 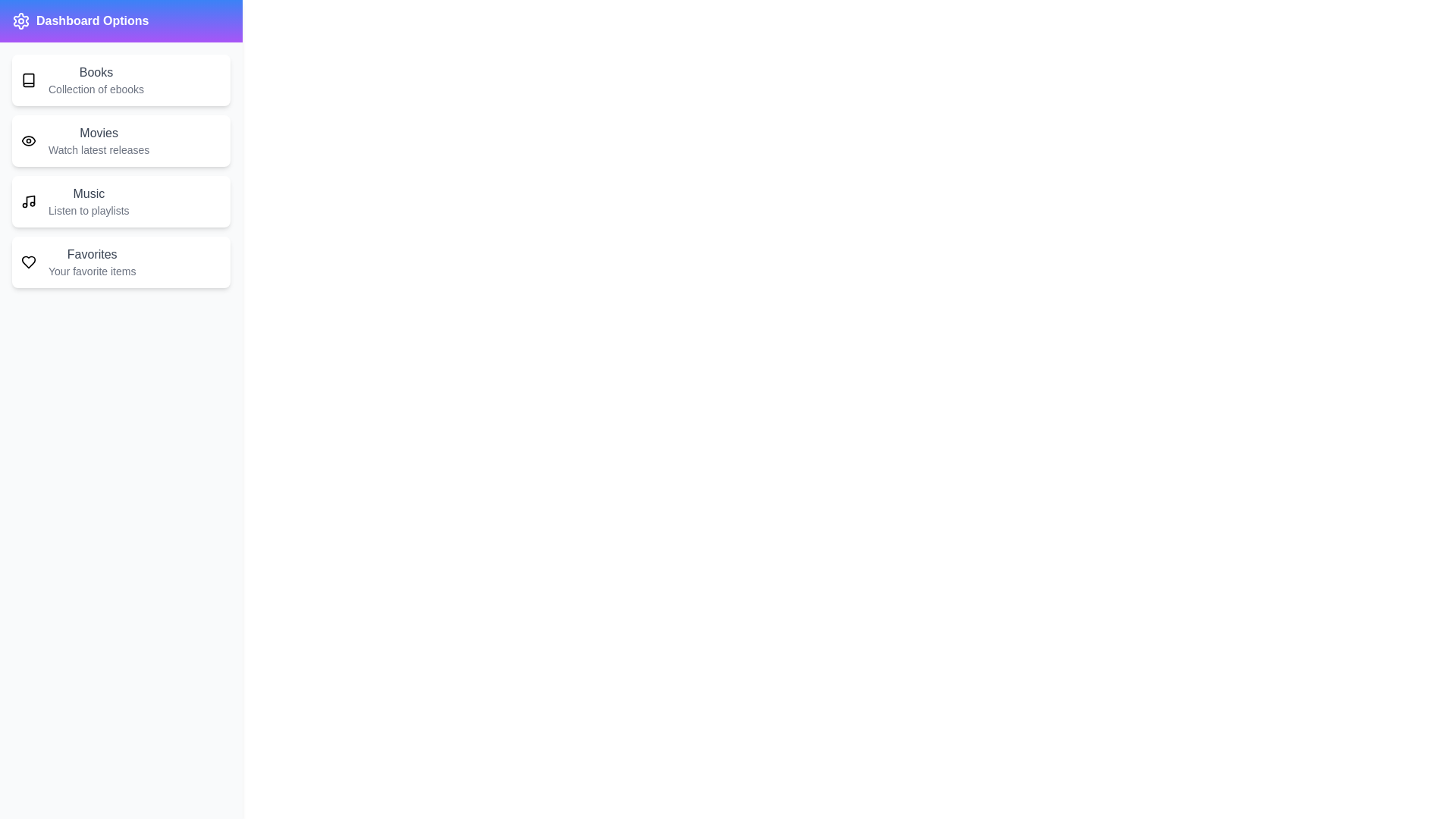 What do you see at coordinates (120, 201) in the screenshot?
I see `the menu item labeled 'Music' to observe its hover effect` at bounding box center [120, 201].